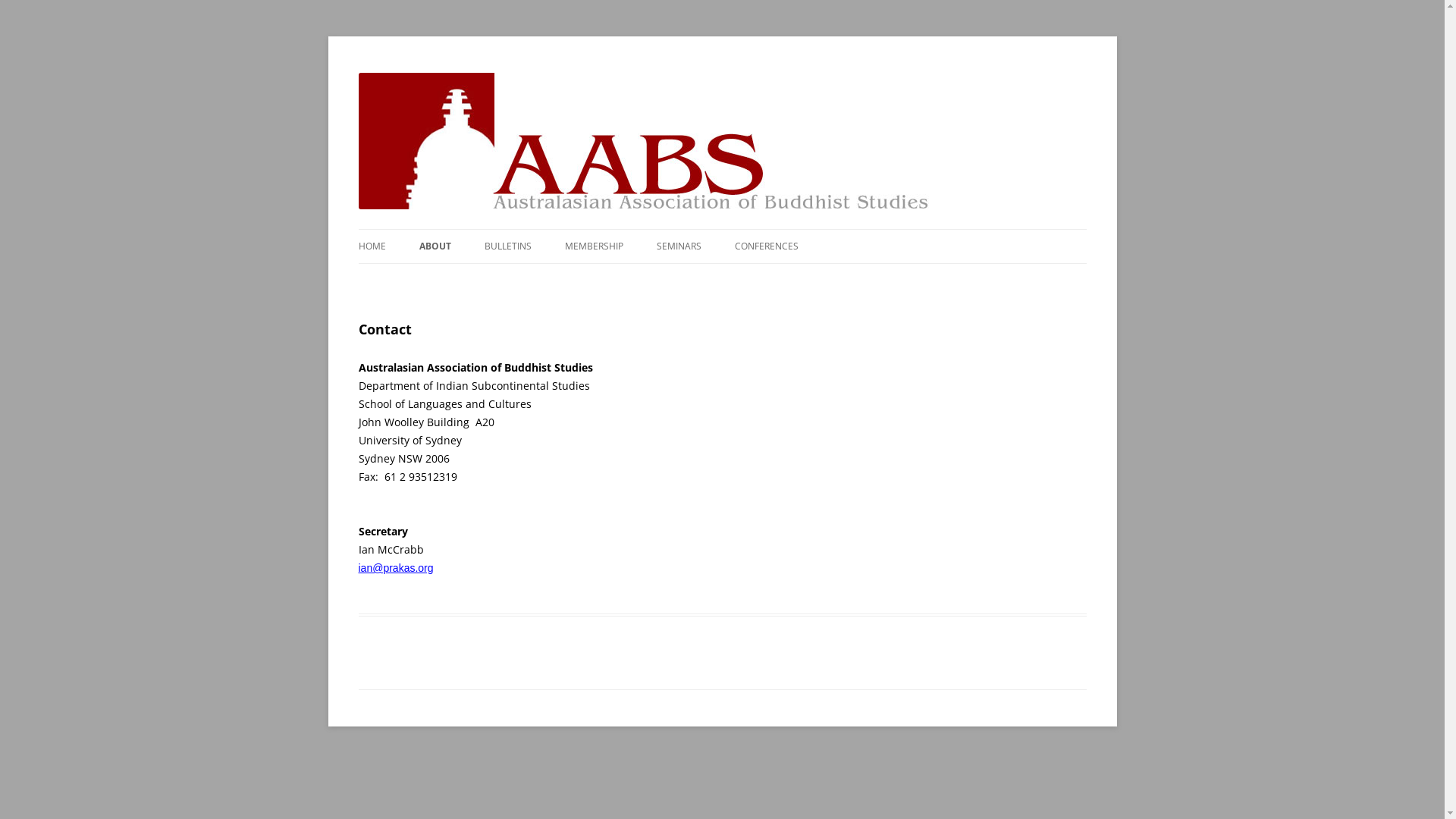 This screenshot has height=819, width=1456. Describe the element at coordinates (678, 245) in the screenshot. I see `'SEMINARS'` at that location.